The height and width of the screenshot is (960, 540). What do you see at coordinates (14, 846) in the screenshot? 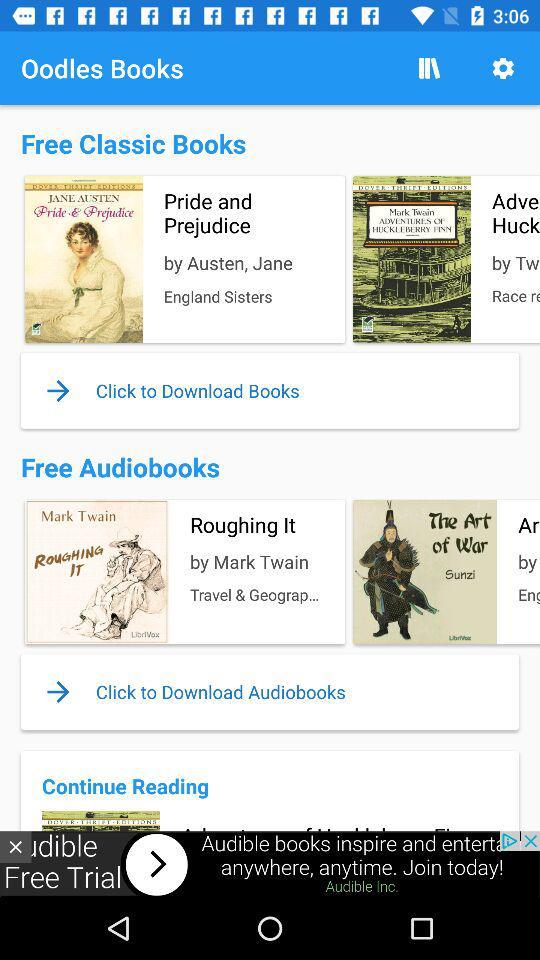
I see `the close icon` at bounding box center [14, 846].